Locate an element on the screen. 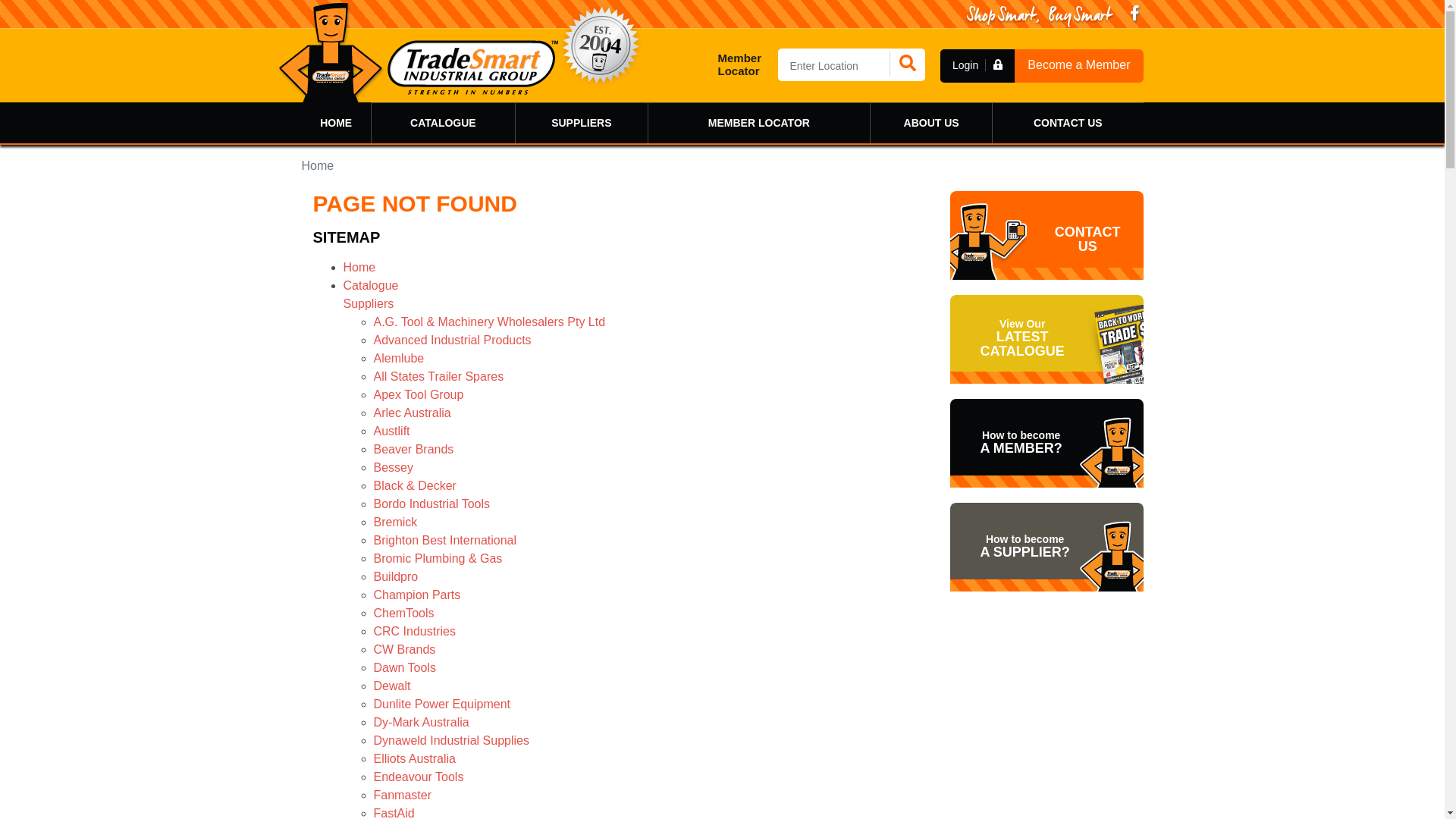 This screenshot has width=1456, height=819. 'Alemlube' is located at coordinates (398, 358).